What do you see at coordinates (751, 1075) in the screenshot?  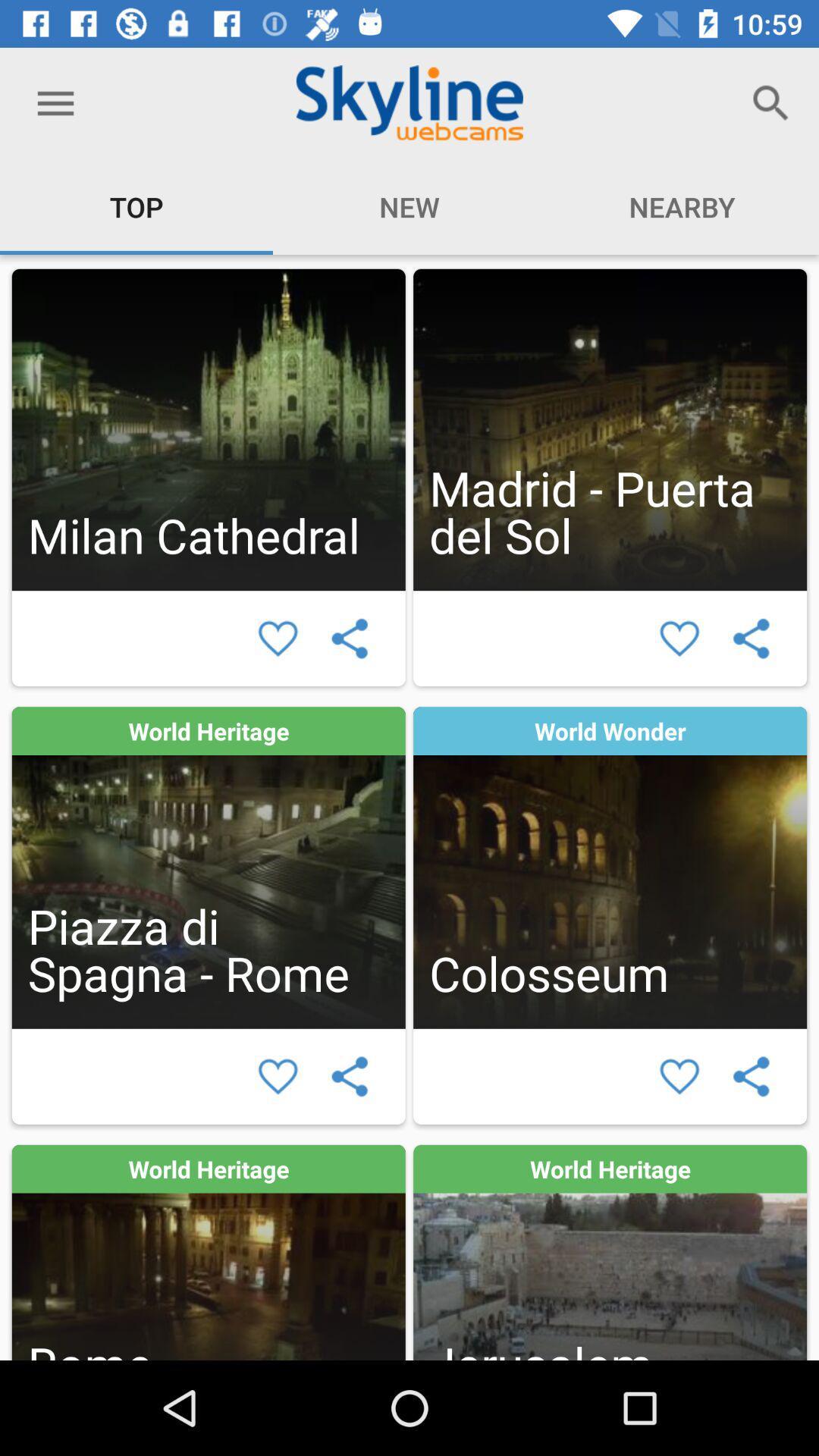 I see `share selected webcam` at bounding box center [751, 1075].